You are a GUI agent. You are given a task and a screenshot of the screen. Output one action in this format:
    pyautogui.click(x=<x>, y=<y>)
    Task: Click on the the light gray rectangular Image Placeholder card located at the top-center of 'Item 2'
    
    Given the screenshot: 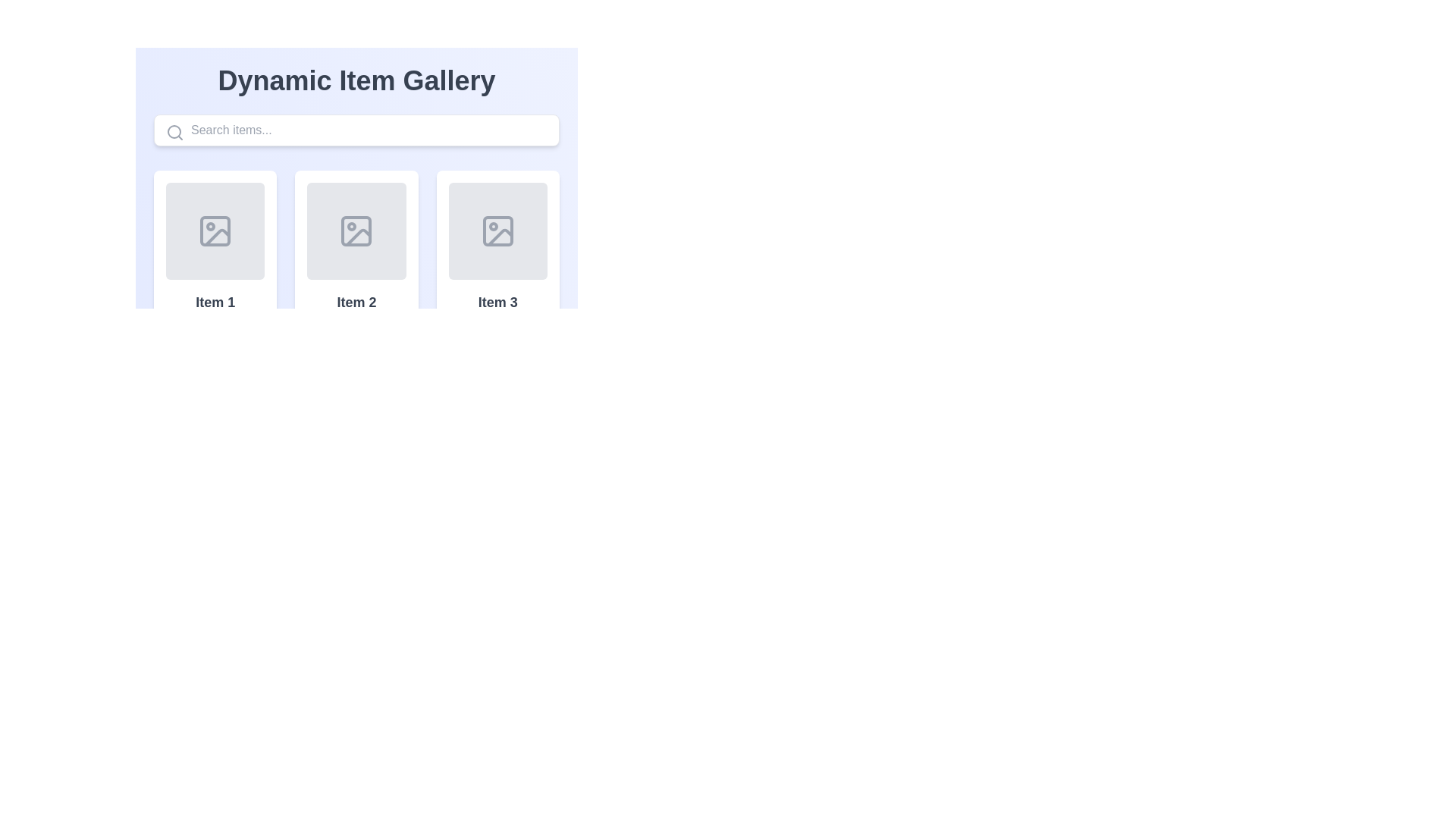 What is the action you would take?
    pyautogui.click(x=356, y=231)
    